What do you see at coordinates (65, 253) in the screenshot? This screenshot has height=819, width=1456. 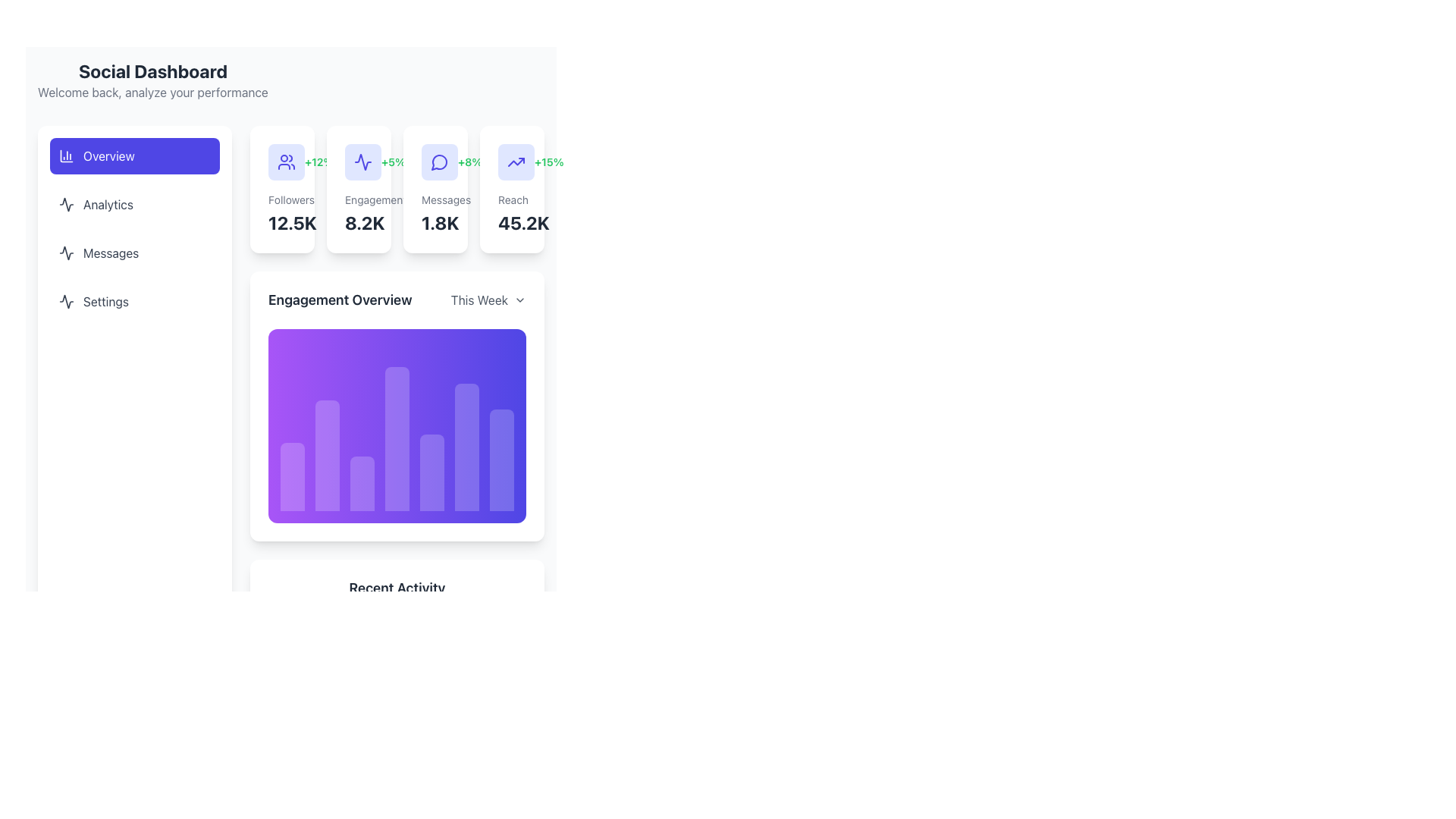 I see `the zigzag activity signal graph icon located in the sidebar navigation menu, positioned to the left of the 'Messages' text` at bounding box center [65, 253].